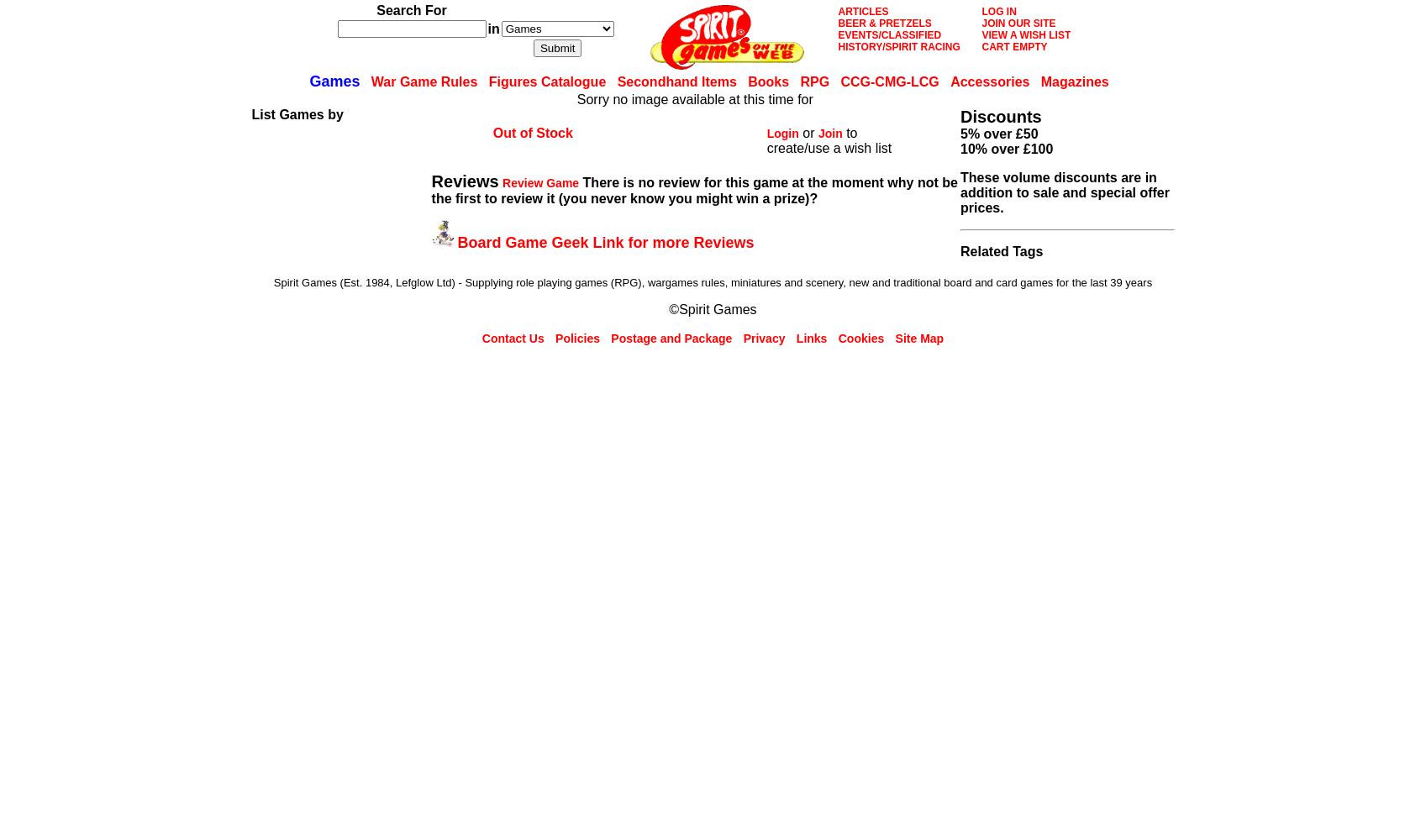  I want to click on 'Contact Us', so click(512, 339).